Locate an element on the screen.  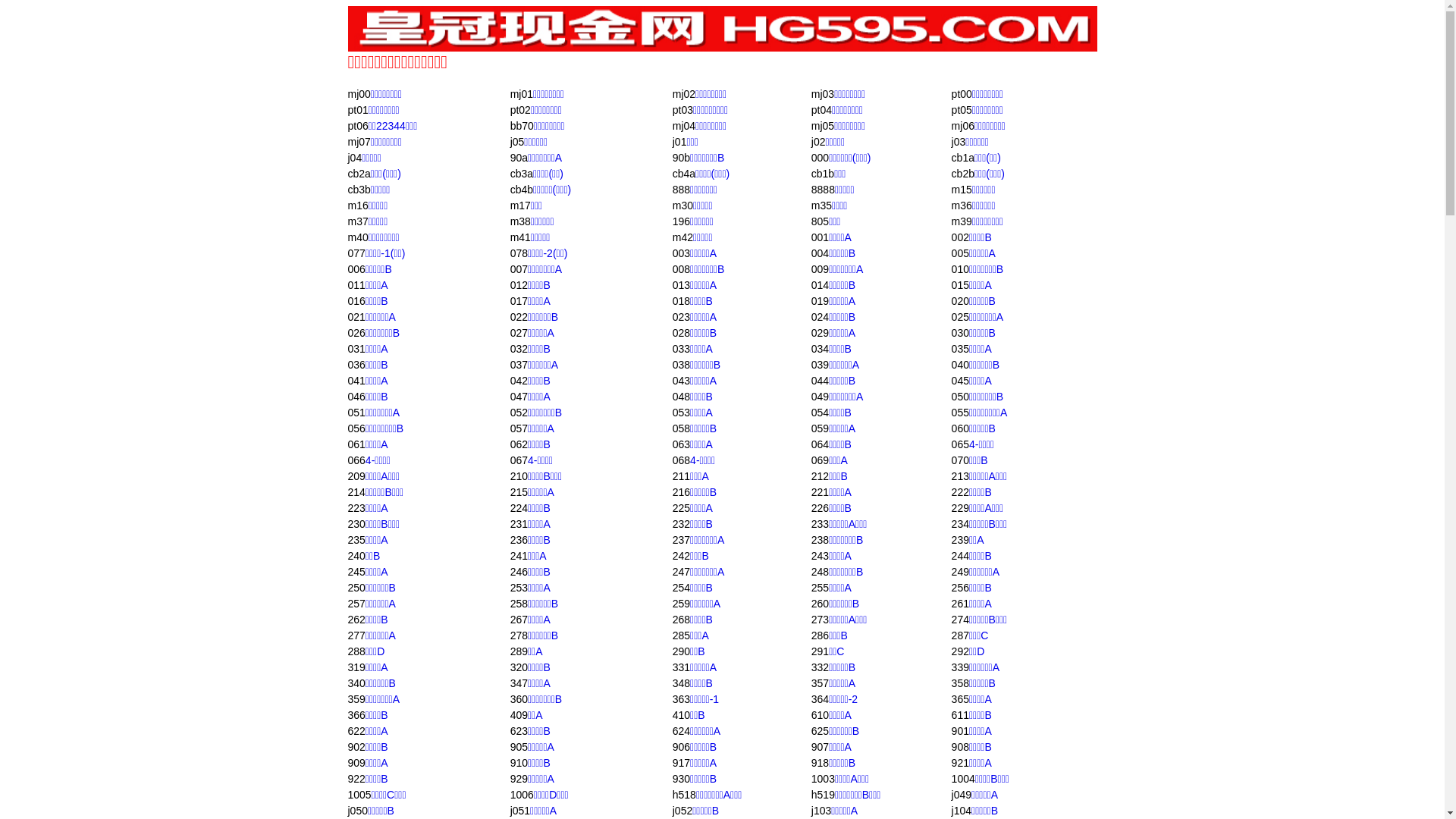
'610' is located at coordinates (819, 714).